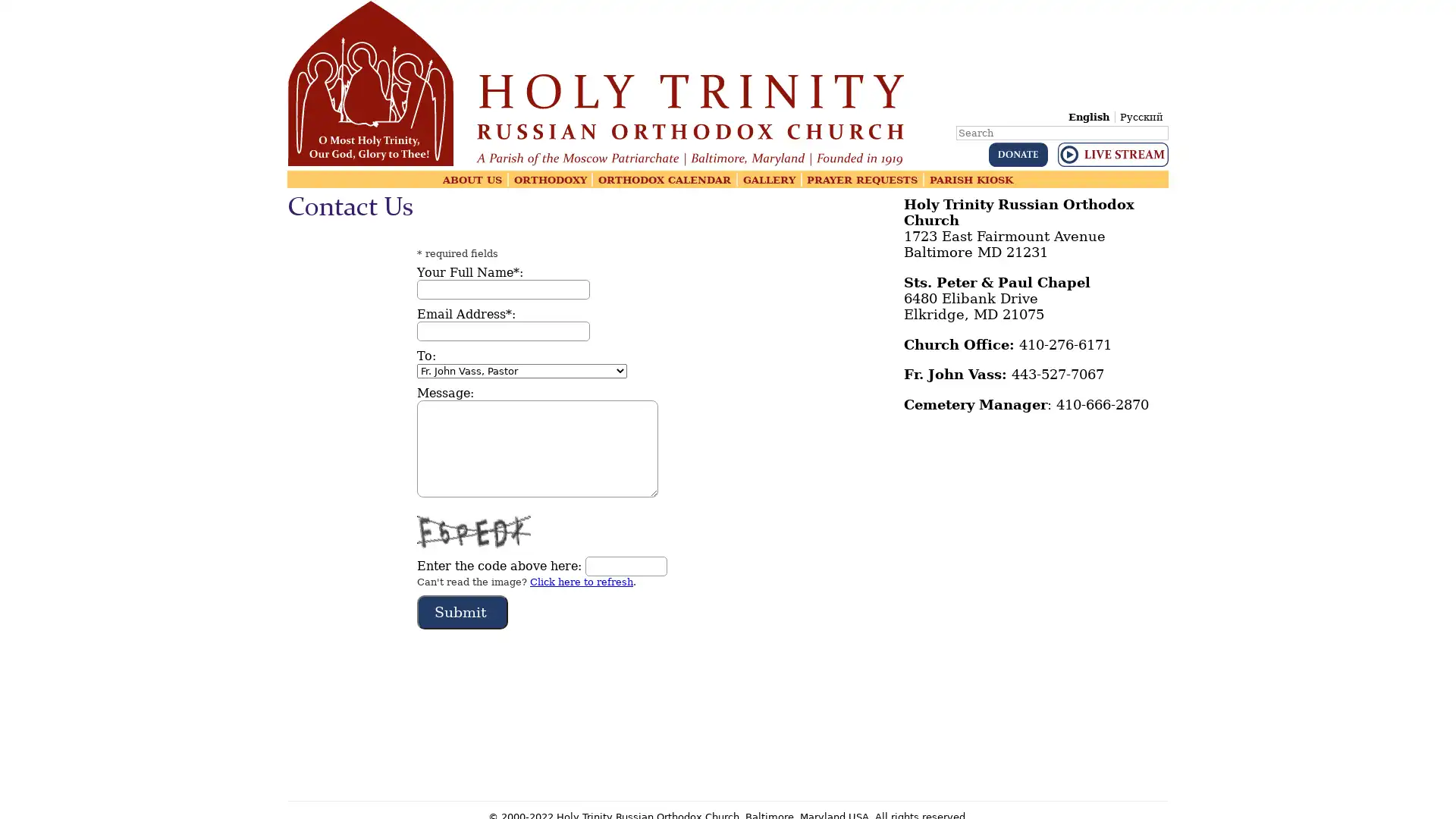  What do you see at coordinates (1166, 121) in the screenshot?
I see `Search` at bounding box center [1166, 121].